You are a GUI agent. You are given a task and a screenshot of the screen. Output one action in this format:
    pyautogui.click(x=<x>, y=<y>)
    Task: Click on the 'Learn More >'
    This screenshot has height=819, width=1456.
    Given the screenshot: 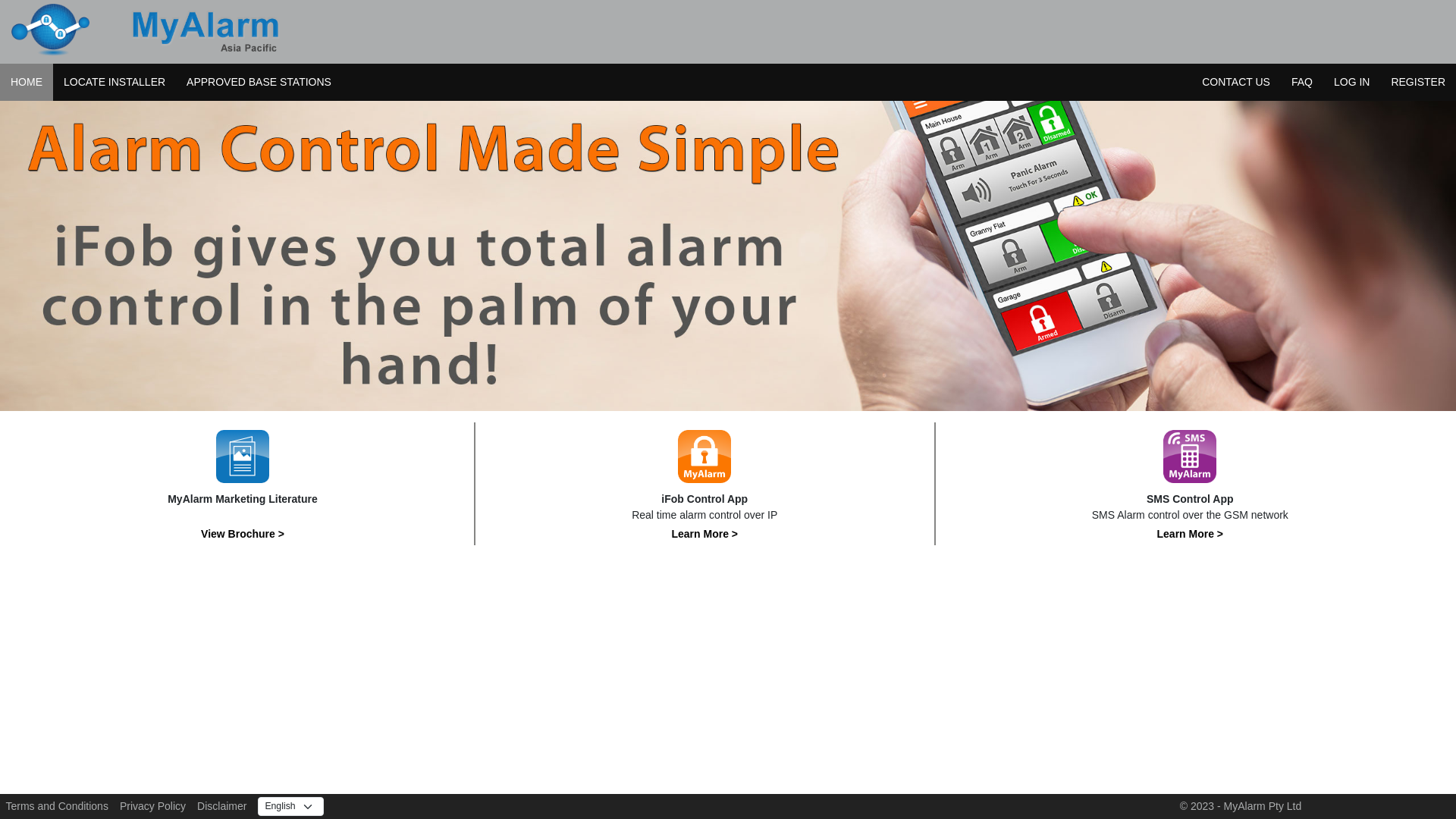 What is the action you would take?
    pyautogui.click(x=704, y=533)
    